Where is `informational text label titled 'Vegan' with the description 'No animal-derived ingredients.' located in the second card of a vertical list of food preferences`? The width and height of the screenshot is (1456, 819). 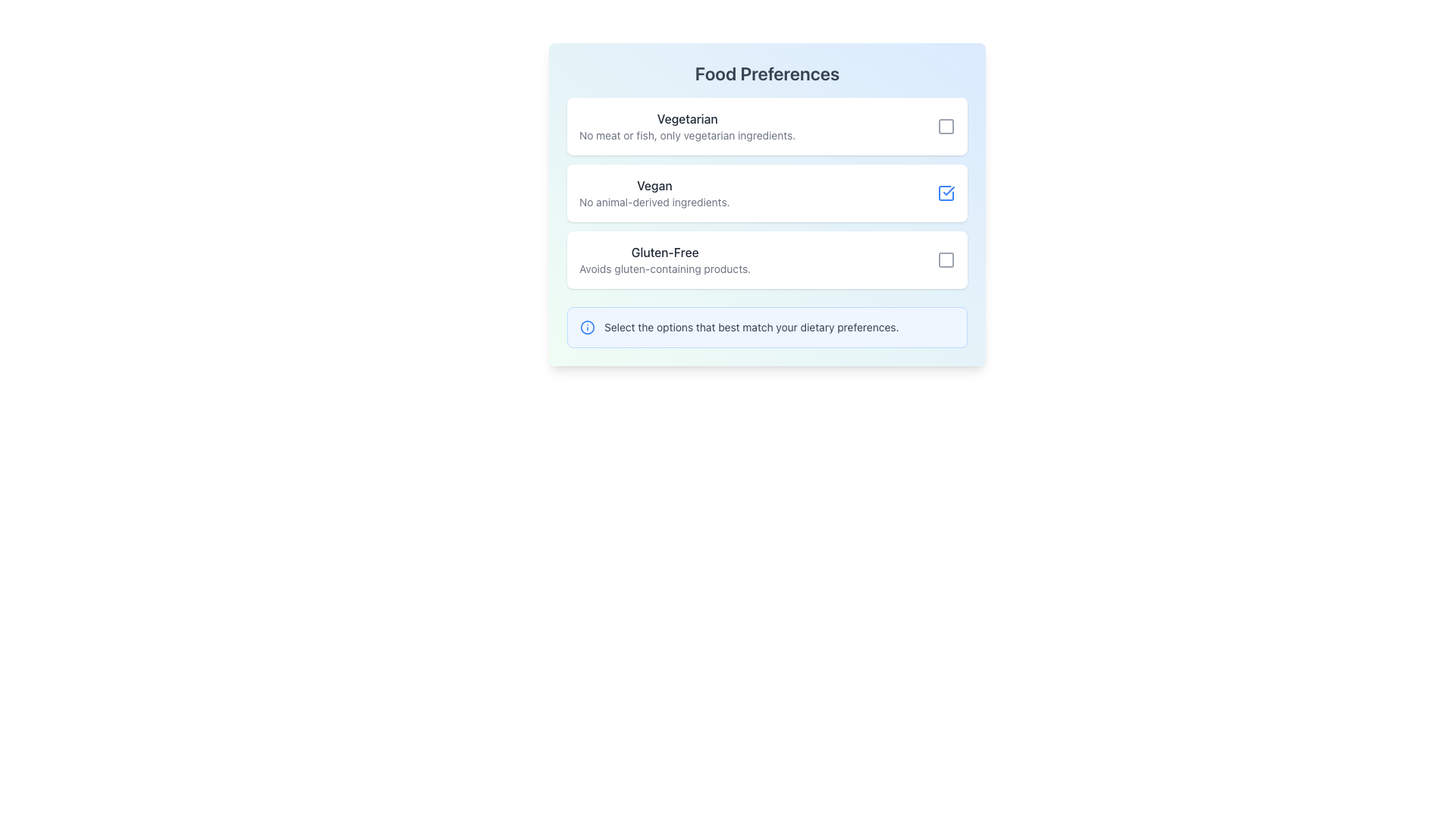
informational text label titled 'Vegan' with the description 'No animal-derived ingredients.' located in the second card of a vertical list of food preferences is located at coordinates (654, 192).